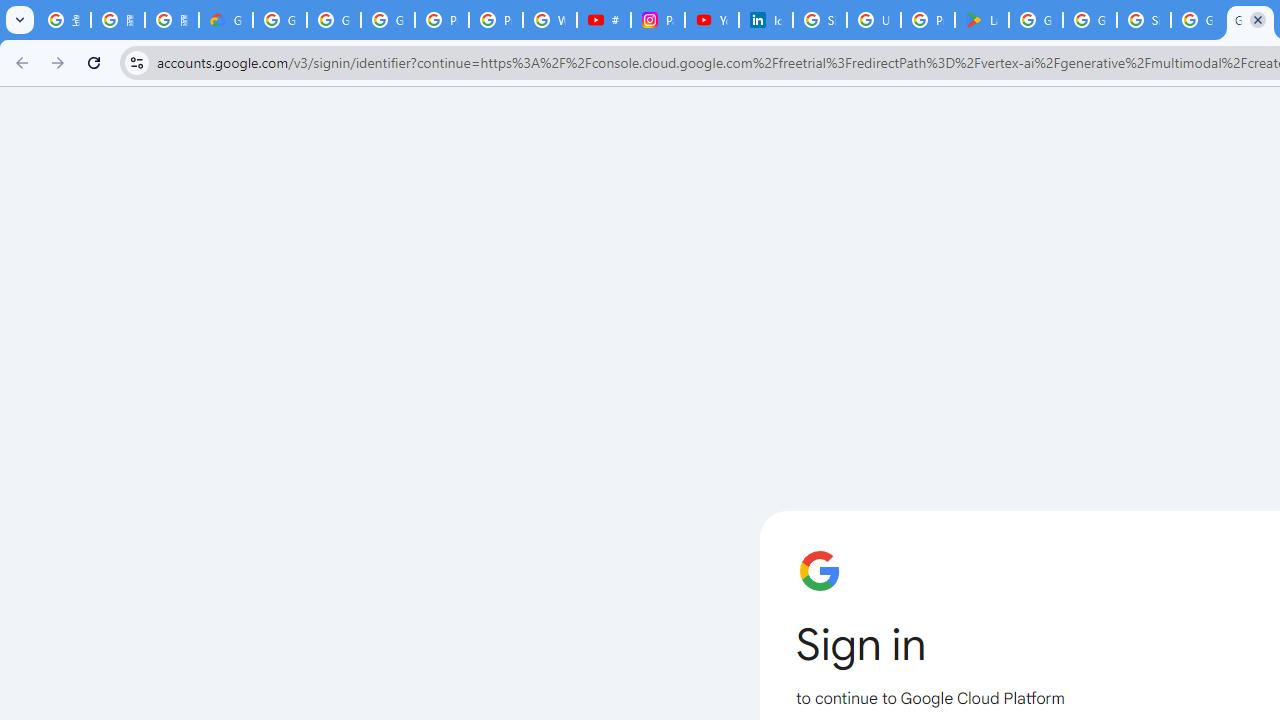  Describe the element at coordinates (711, 20) in the screenshot. I see `'YouTube Culture & Trends - On The Rise: Handcam Videos'` at that location.